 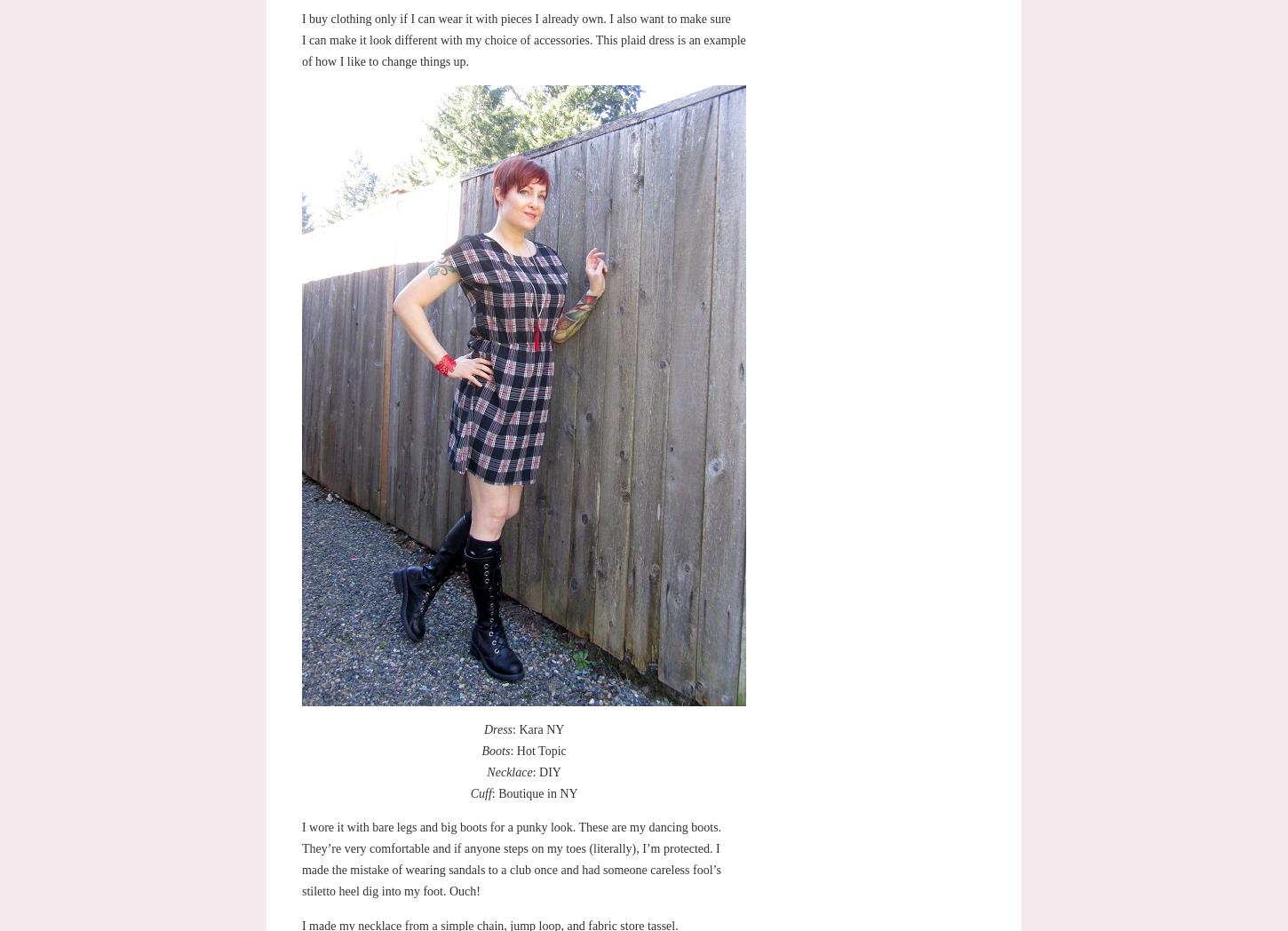 What do you see at coordinates (545, 771) in the screenshot?
I see `': DIY'` at bounding box center [545, 771].